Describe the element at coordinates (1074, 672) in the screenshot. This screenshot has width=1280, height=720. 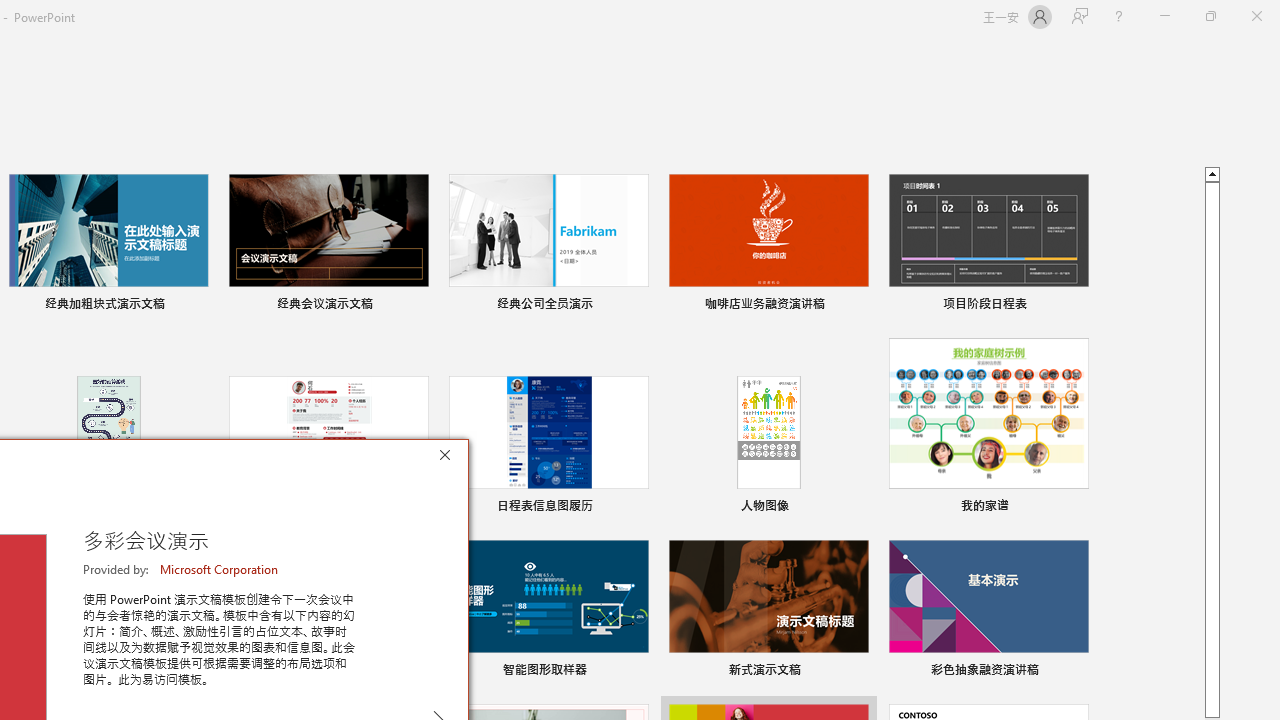
I see `'Pin to list'` at that location.